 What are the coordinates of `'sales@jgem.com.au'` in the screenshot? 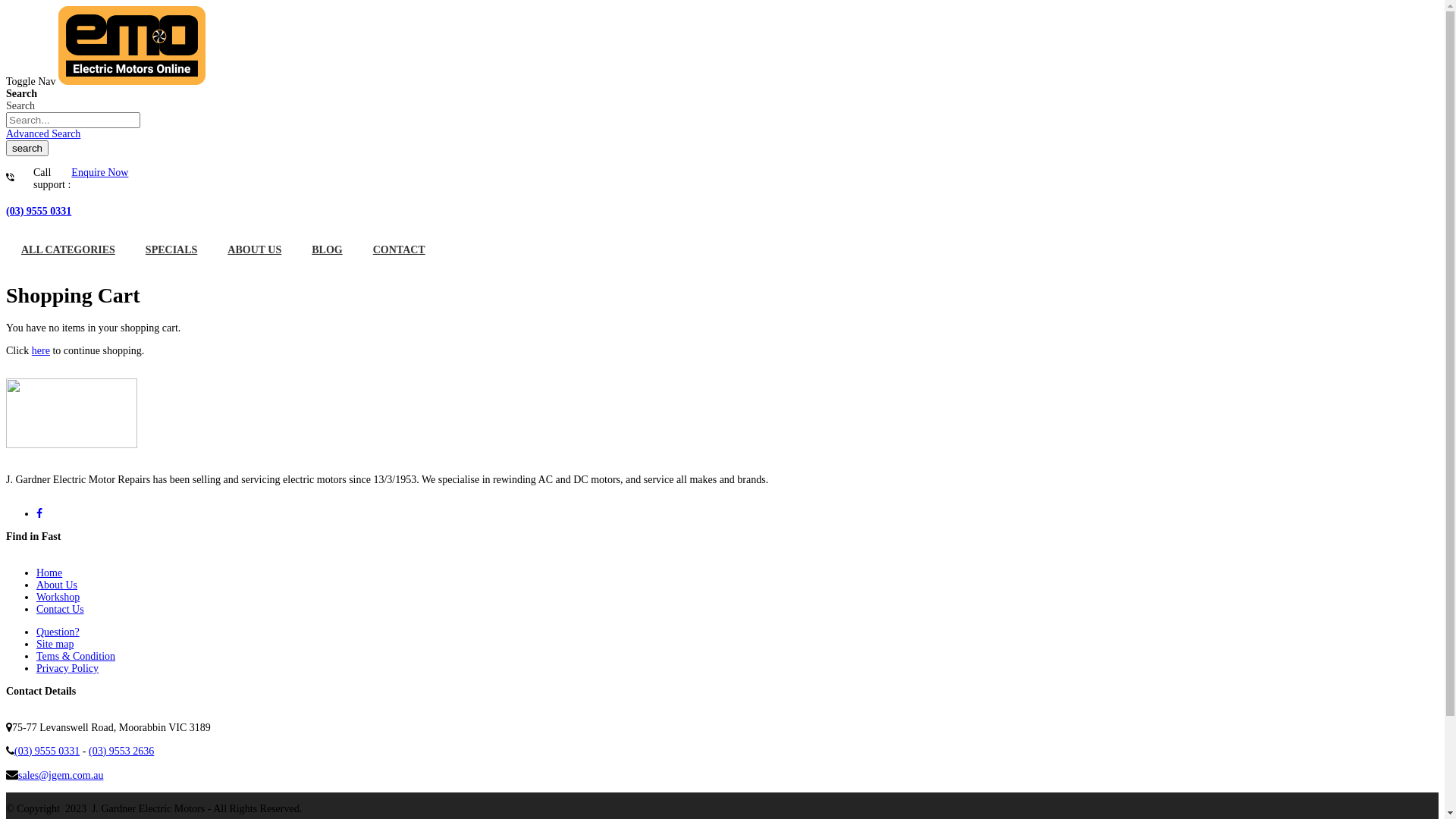 It's located at (18, 775).